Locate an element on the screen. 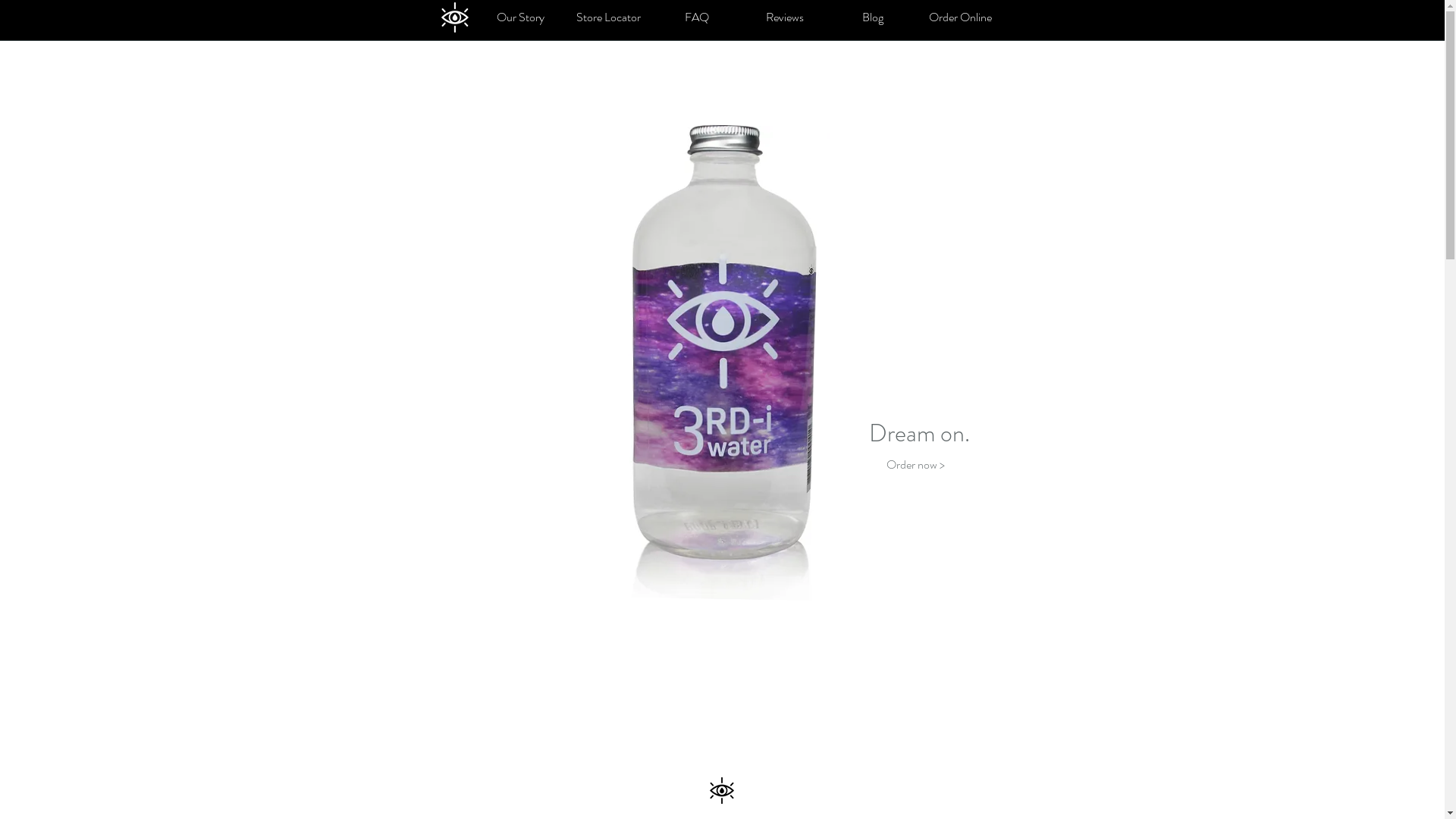 This screenshot has height=819, width=1456. 'Reviews' is located at coordinates (783, 17).